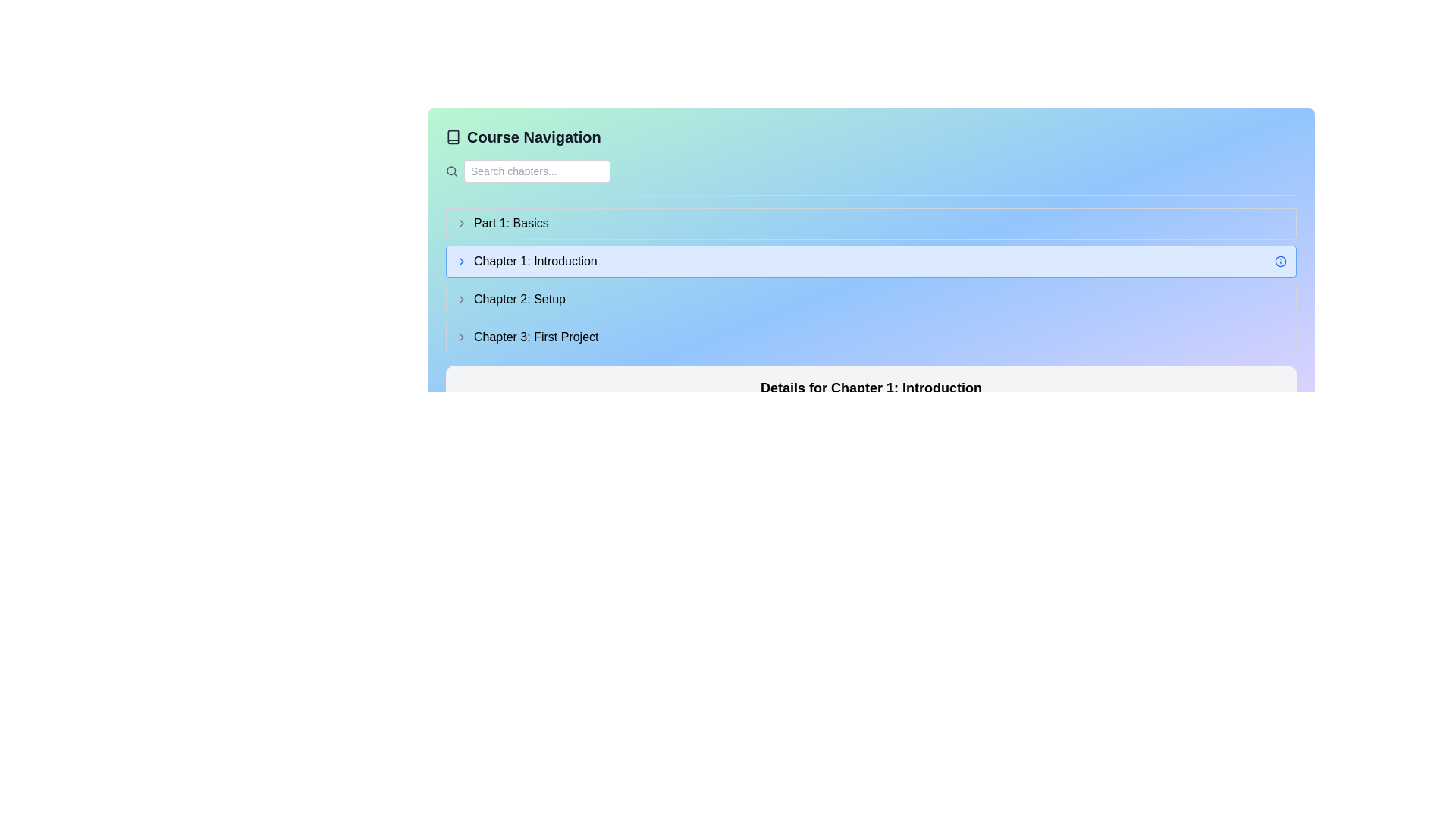  Describe the element at coordinates (871, 260) in the screenshot. I see `the selectable list item labeled 'Chapter 1: Introduction' which is the second item in the list` at that location.